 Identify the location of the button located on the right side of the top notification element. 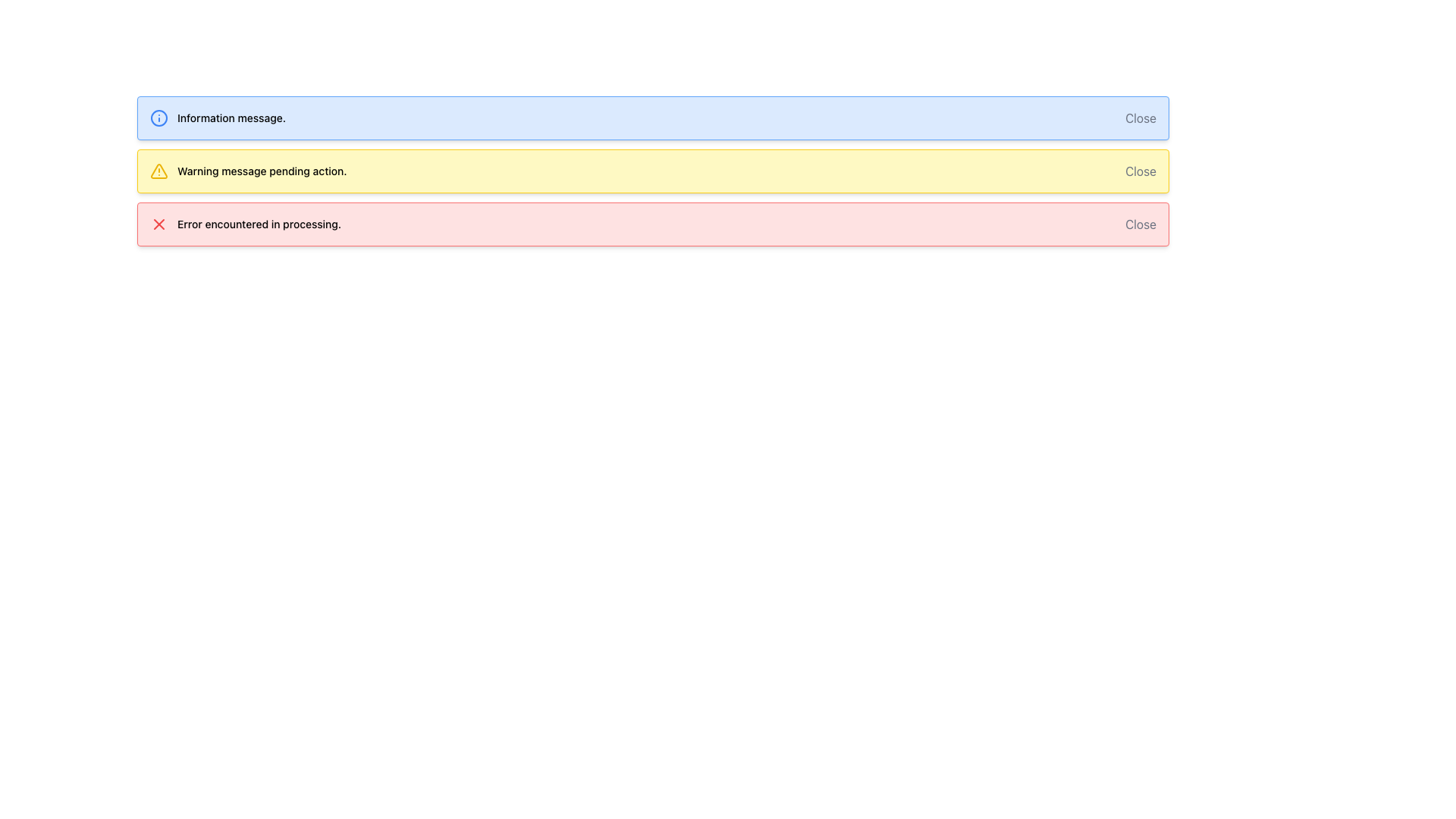
(1141, 117).